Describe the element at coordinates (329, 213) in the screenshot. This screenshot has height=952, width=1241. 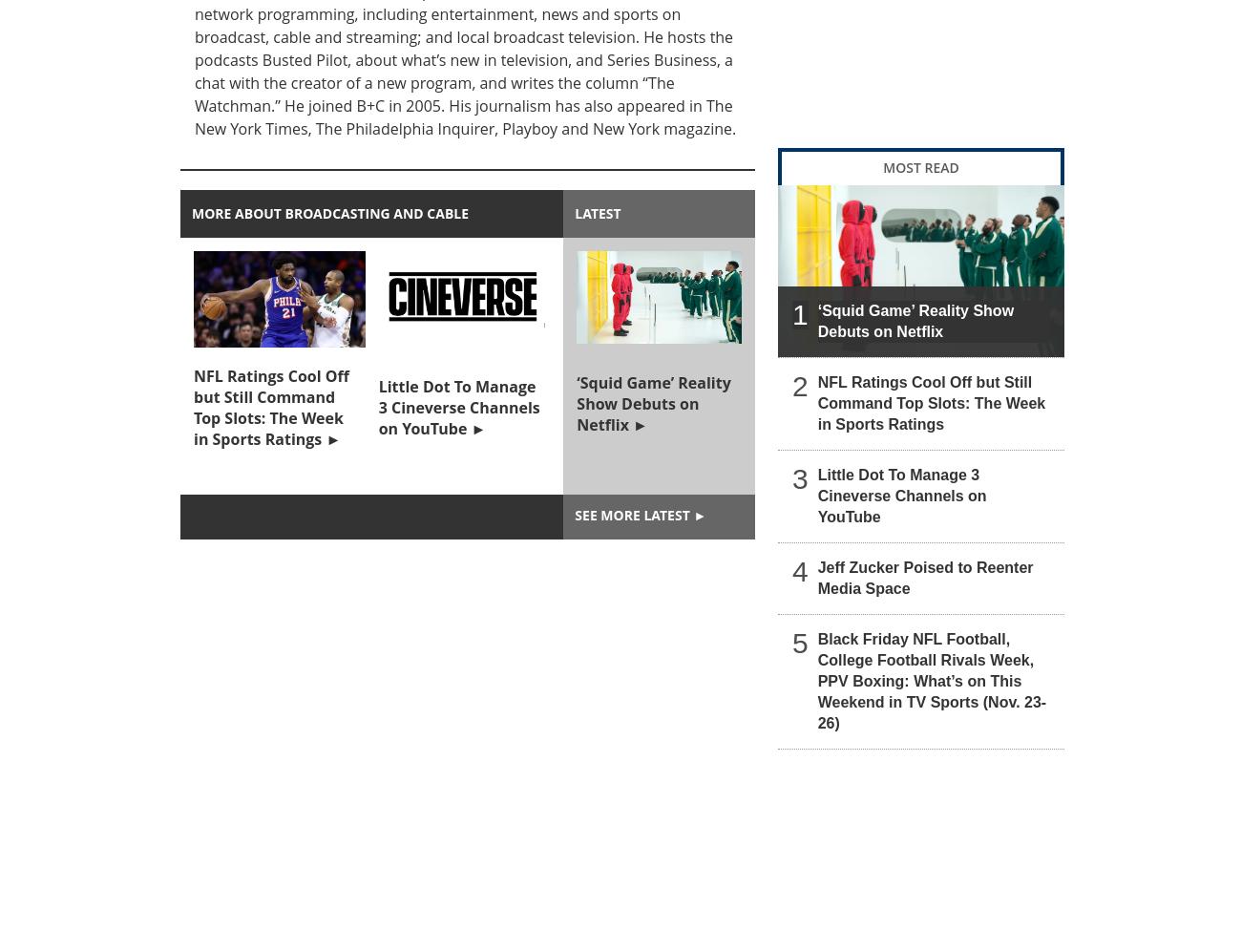
I see `'More about broadcasting and cable'` at that location.